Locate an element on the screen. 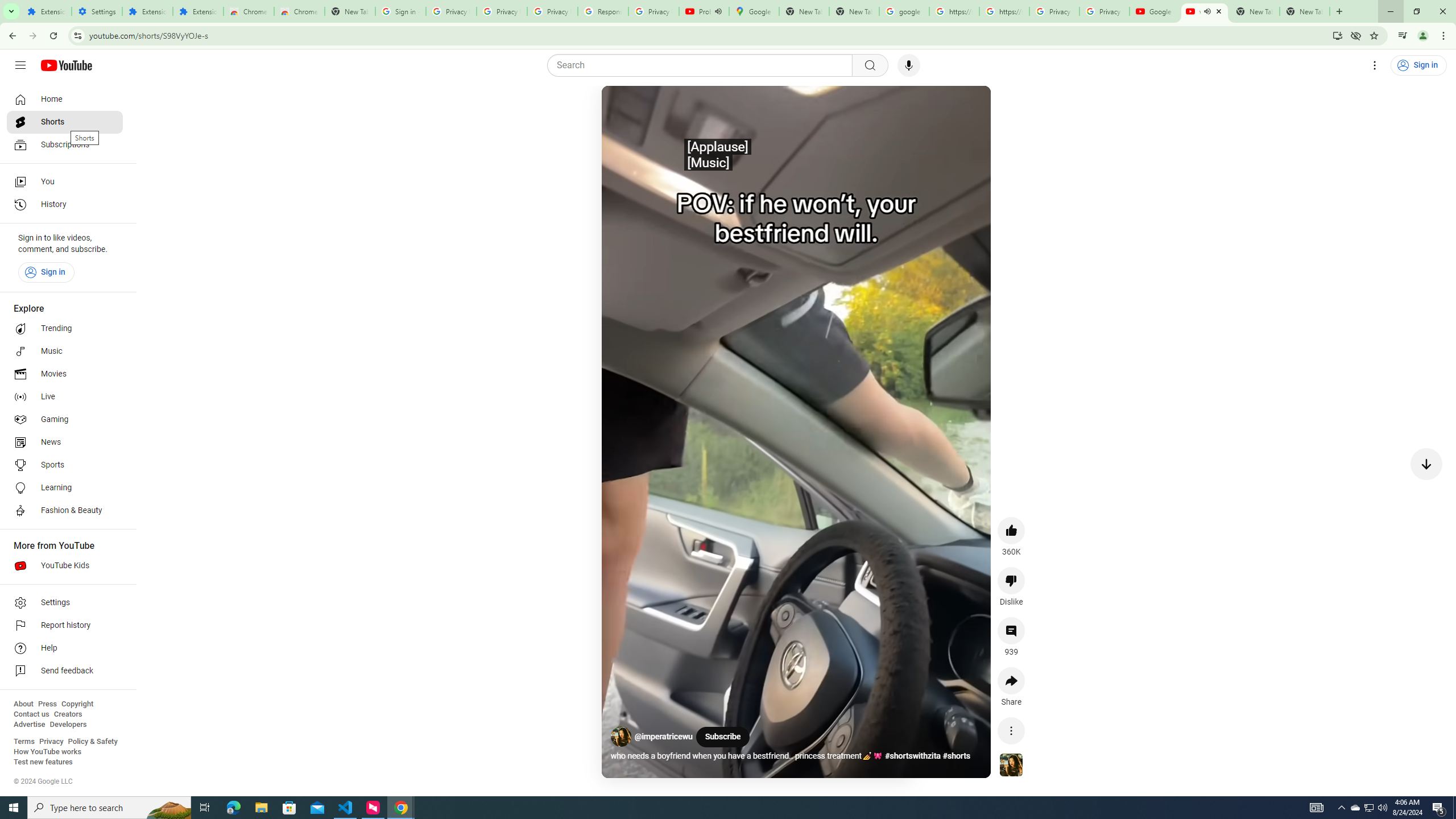 This screenshot has height=819, width=1456. 'Extensions' is located at coordinates (197, 11).